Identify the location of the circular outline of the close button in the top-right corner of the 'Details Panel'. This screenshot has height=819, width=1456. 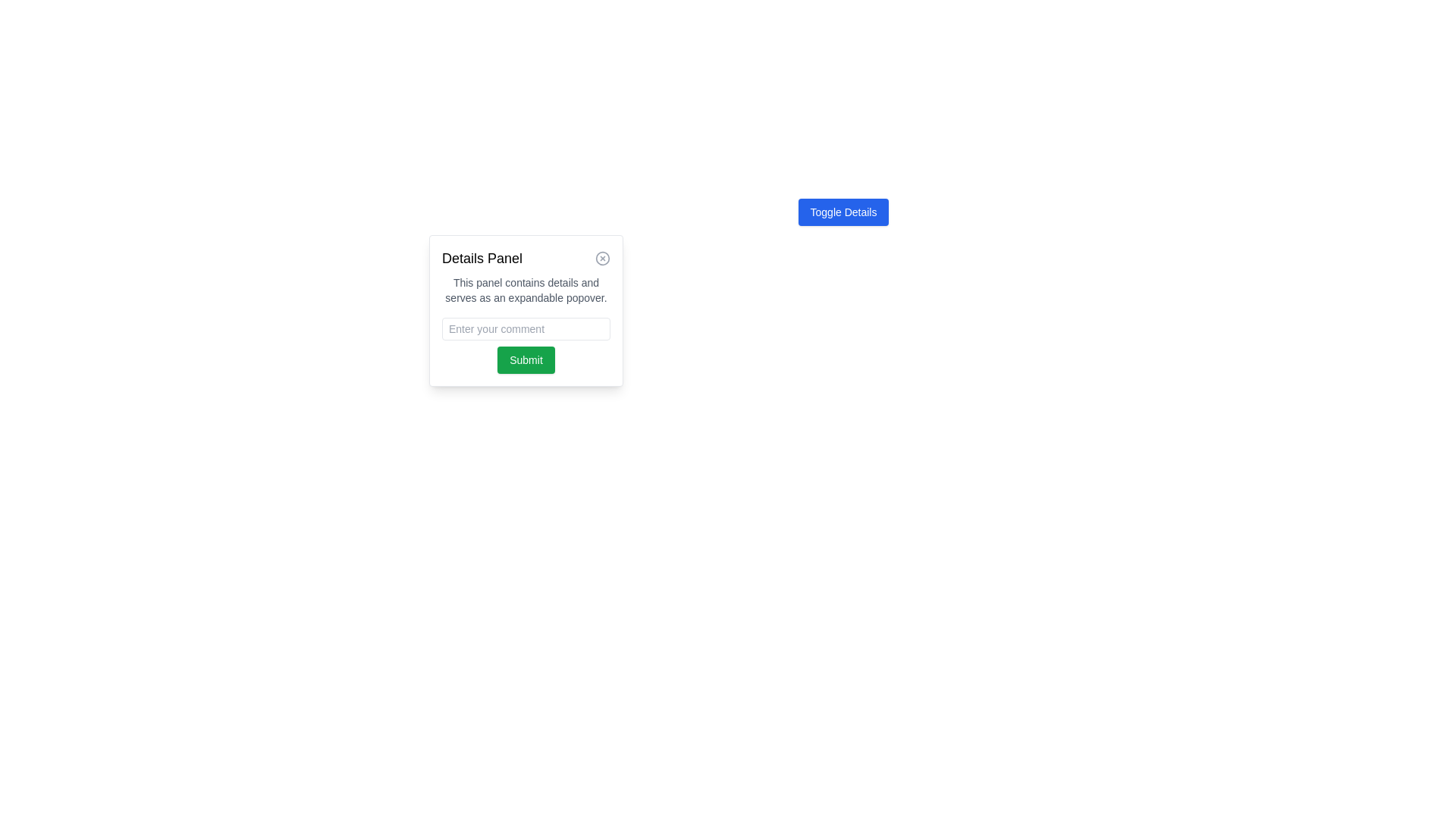
(602, 257).